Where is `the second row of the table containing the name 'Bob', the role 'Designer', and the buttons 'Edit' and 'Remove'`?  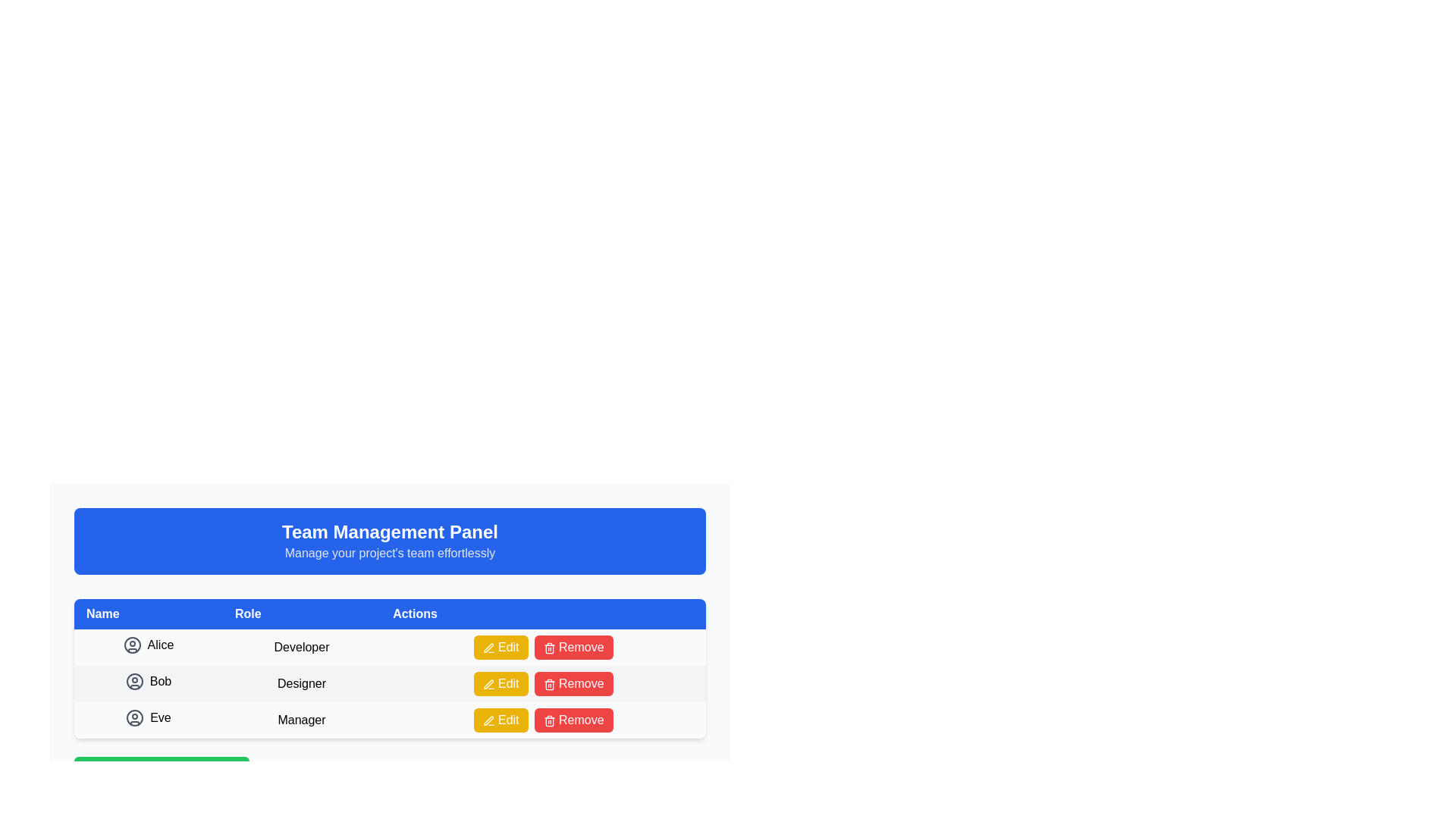 the second row of the table containing the name 'Bob', the role 'Designer', and the buttons 'Edit' and 'Remove' is located at coordinates (390, 684).